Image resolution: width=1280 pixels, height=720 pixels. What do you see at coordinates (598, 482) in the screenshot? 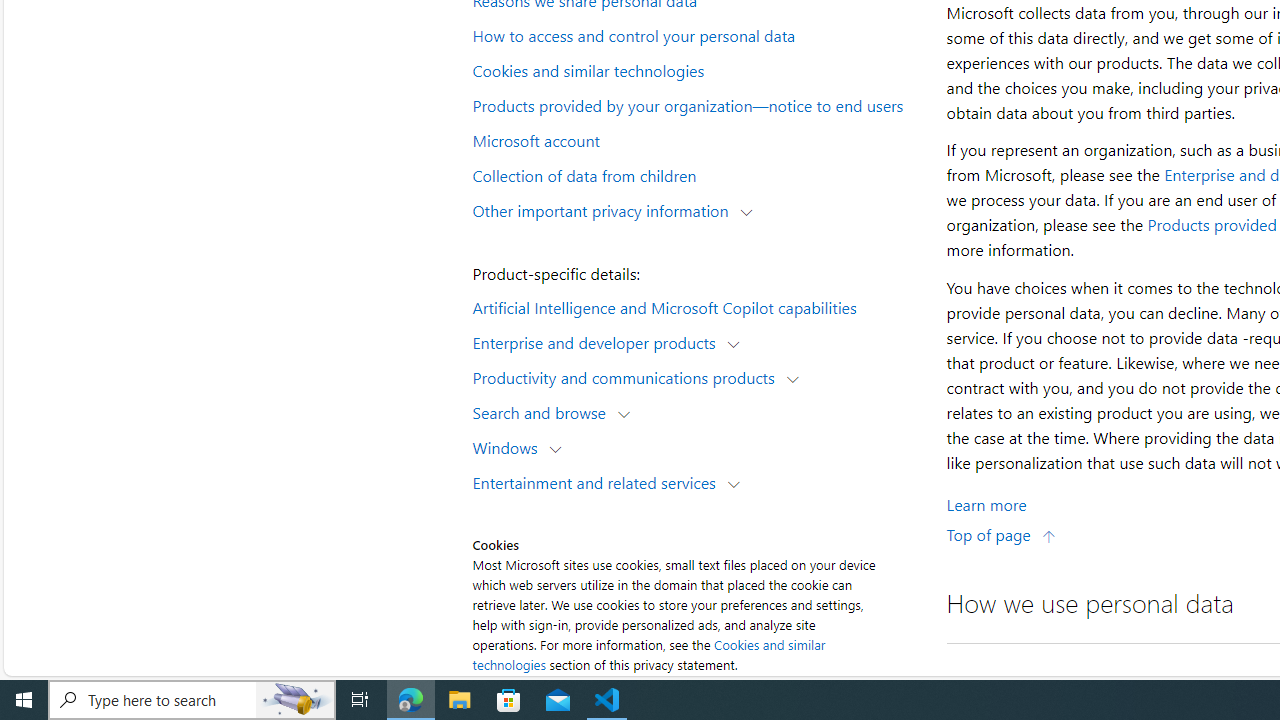
I see `'Entertainment and related services'` at bounding box center [598, 482].